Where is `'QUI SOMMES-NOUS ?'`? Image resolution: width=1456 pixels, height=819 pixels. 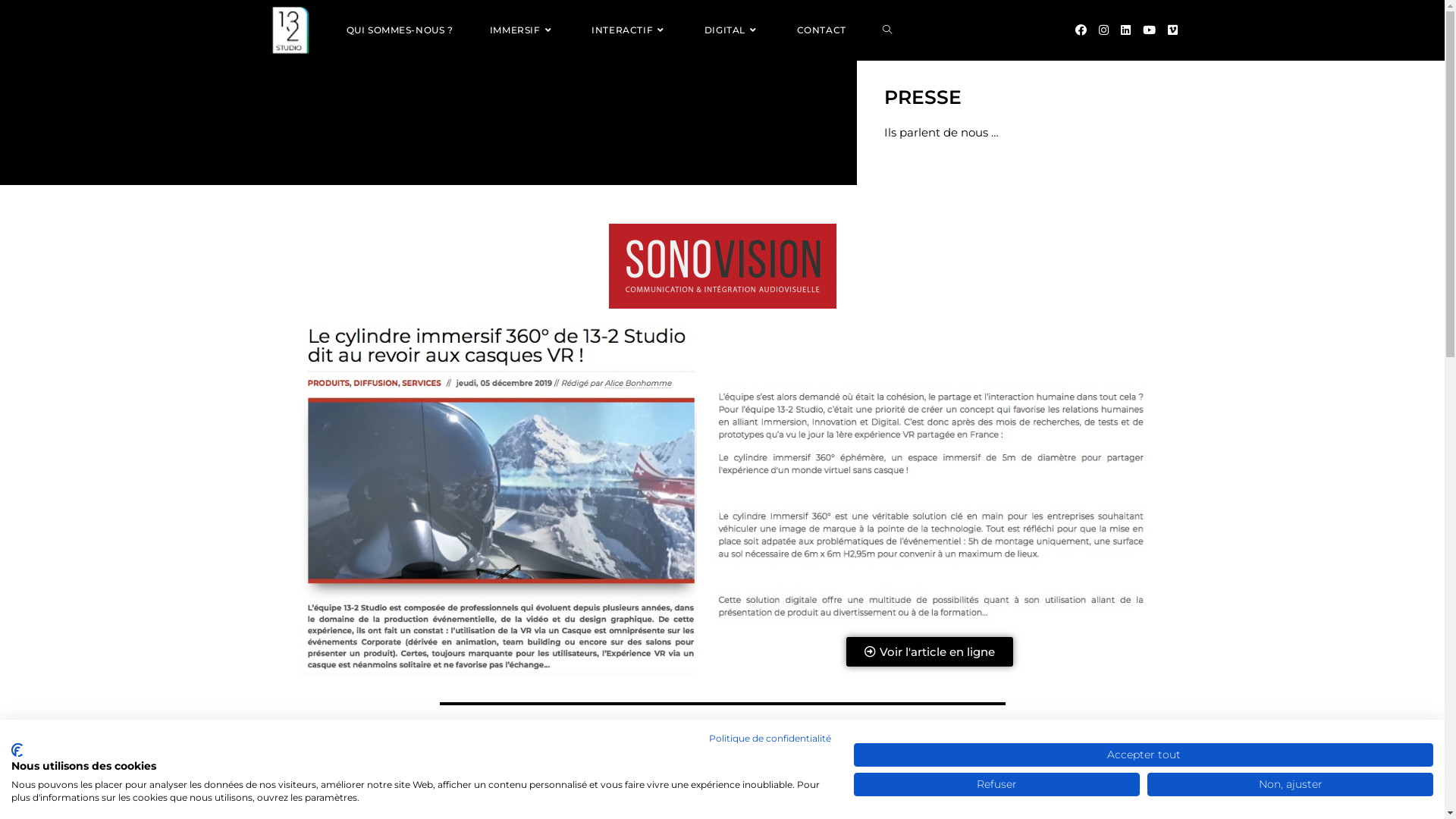
'QUI SOMMES-NOUS ?' is located at coordinates (399, 30).